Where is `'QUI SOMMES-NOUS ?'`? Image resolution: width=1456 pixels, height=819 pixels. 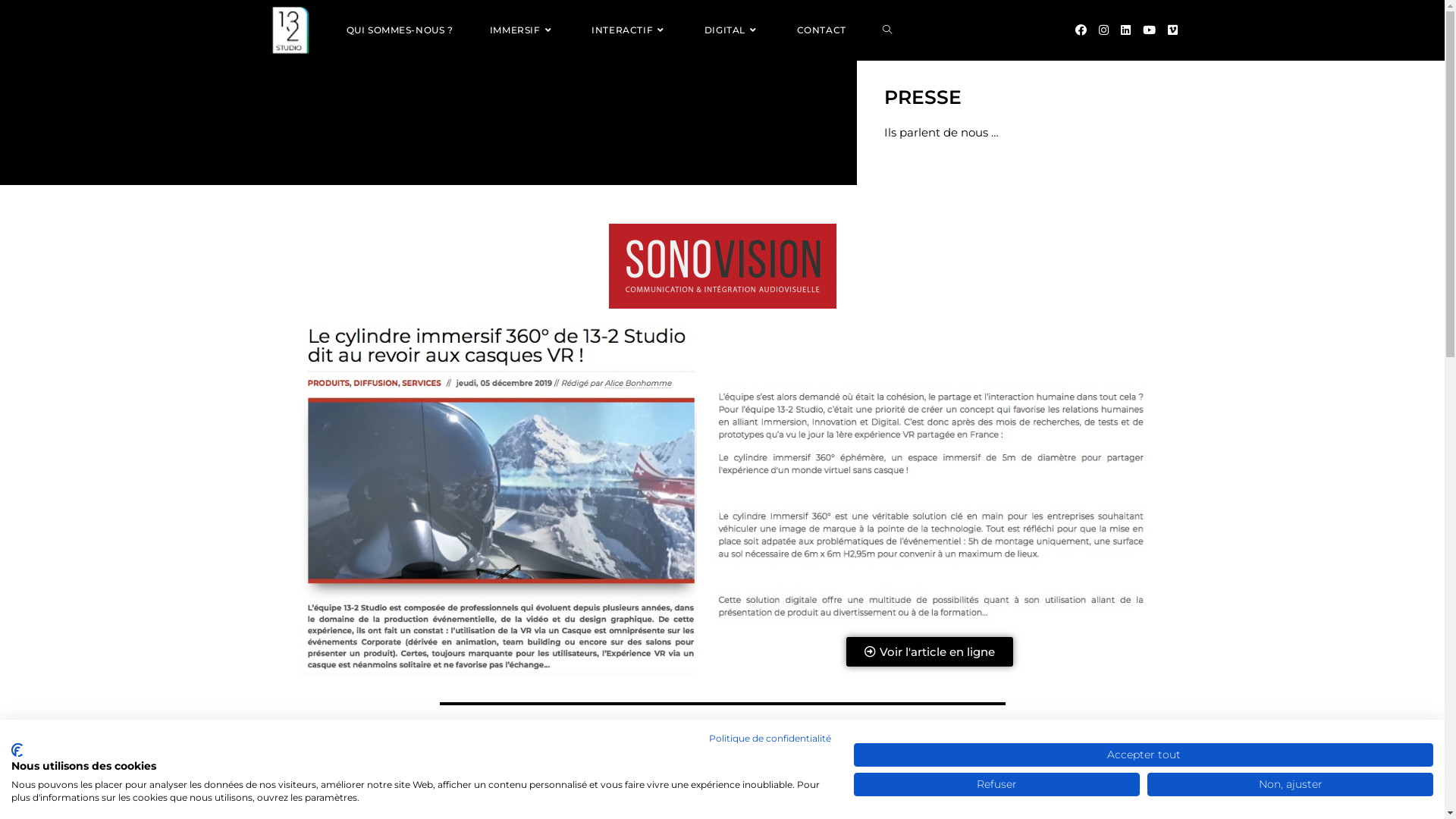
'QUI SOMMES-NOUS ?' is located at coordinates (399, 30).